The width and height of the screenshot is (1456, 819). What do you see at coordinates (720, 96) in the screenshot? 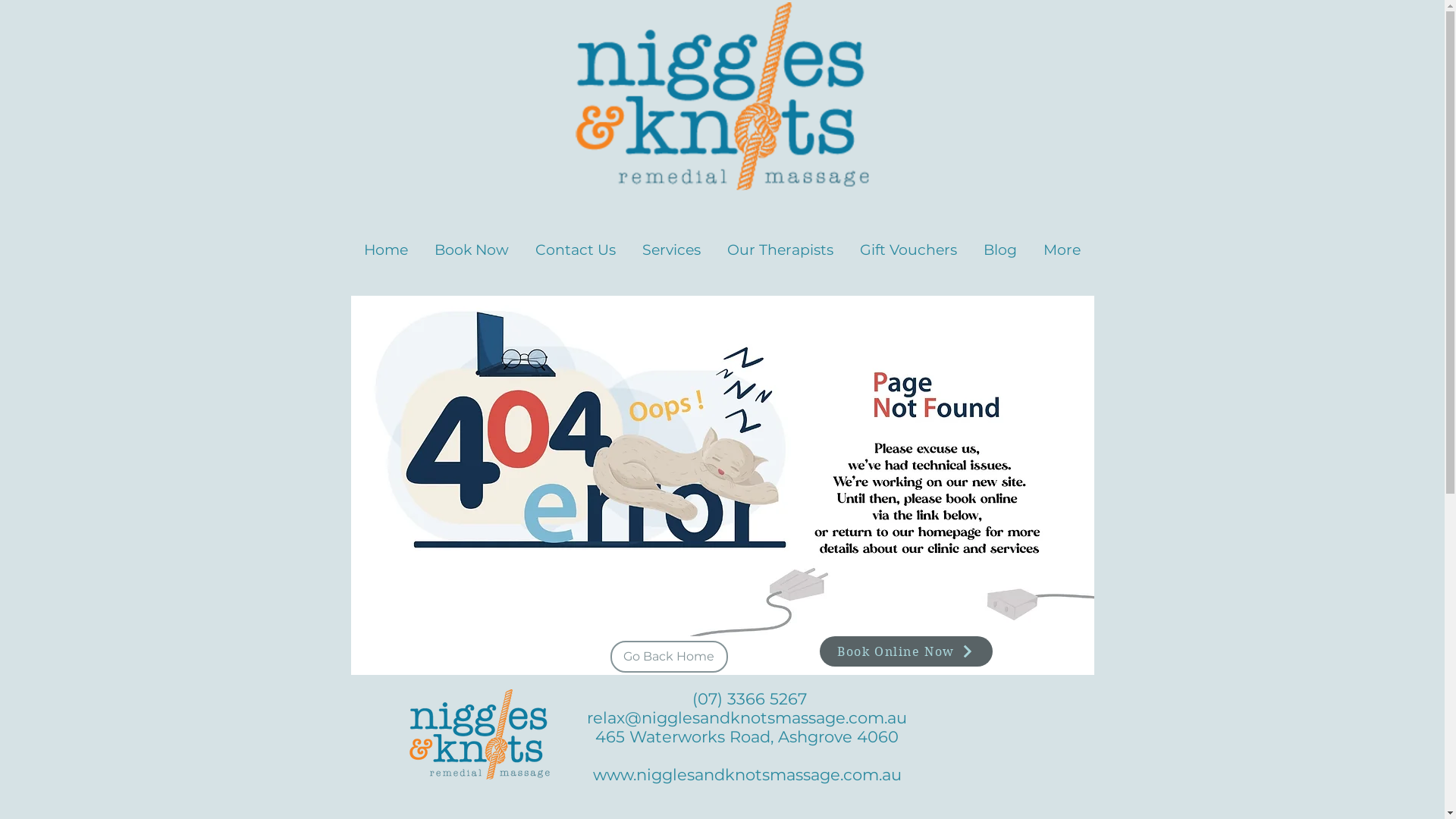
I see `'Transparent - Logo.png'` at bounding box center [720, 96].